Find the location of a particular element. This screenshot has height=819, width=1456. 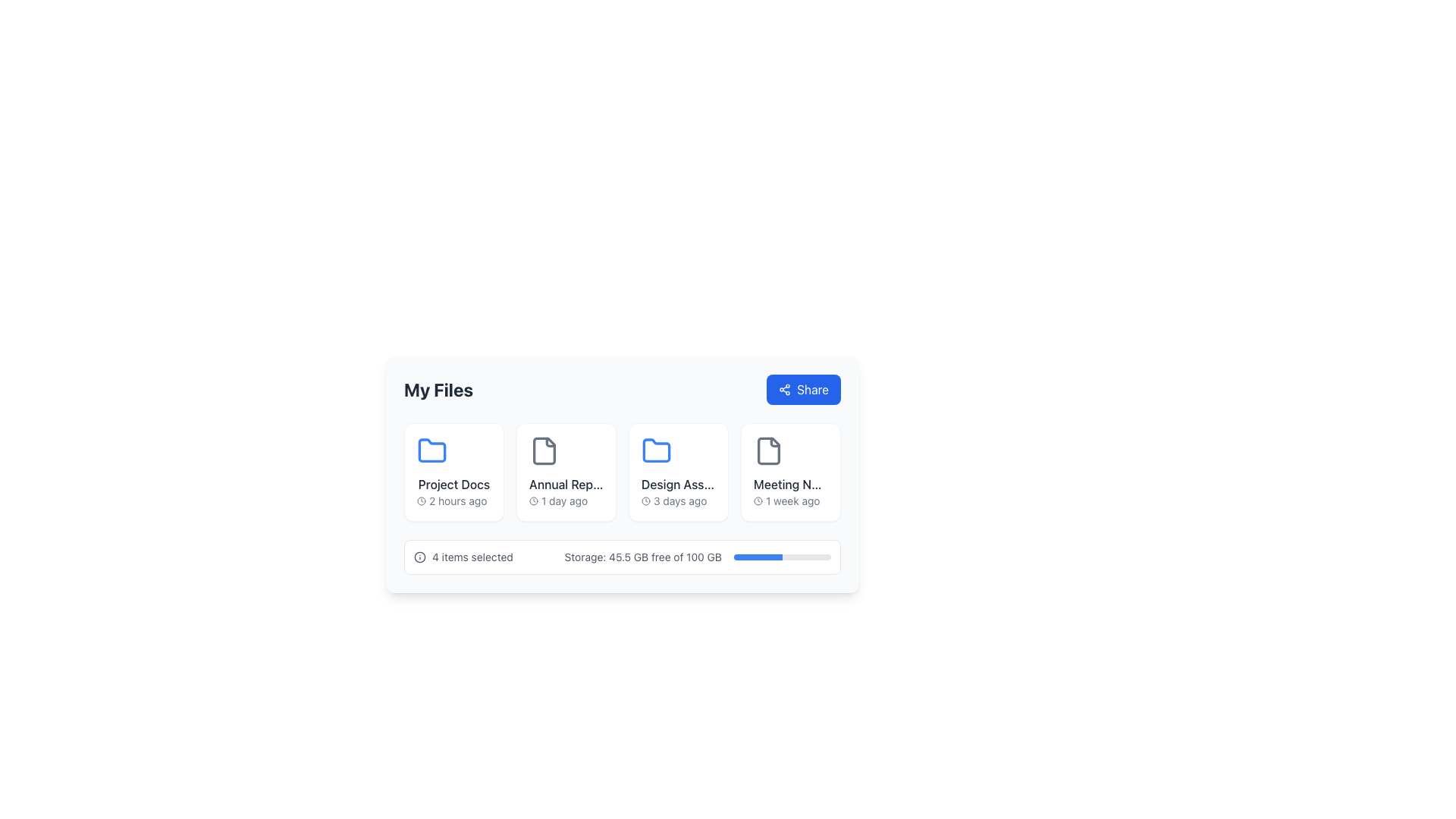

text from the Information summary panel displaying selected items and storage usage details is located at coordinates (622, 557).